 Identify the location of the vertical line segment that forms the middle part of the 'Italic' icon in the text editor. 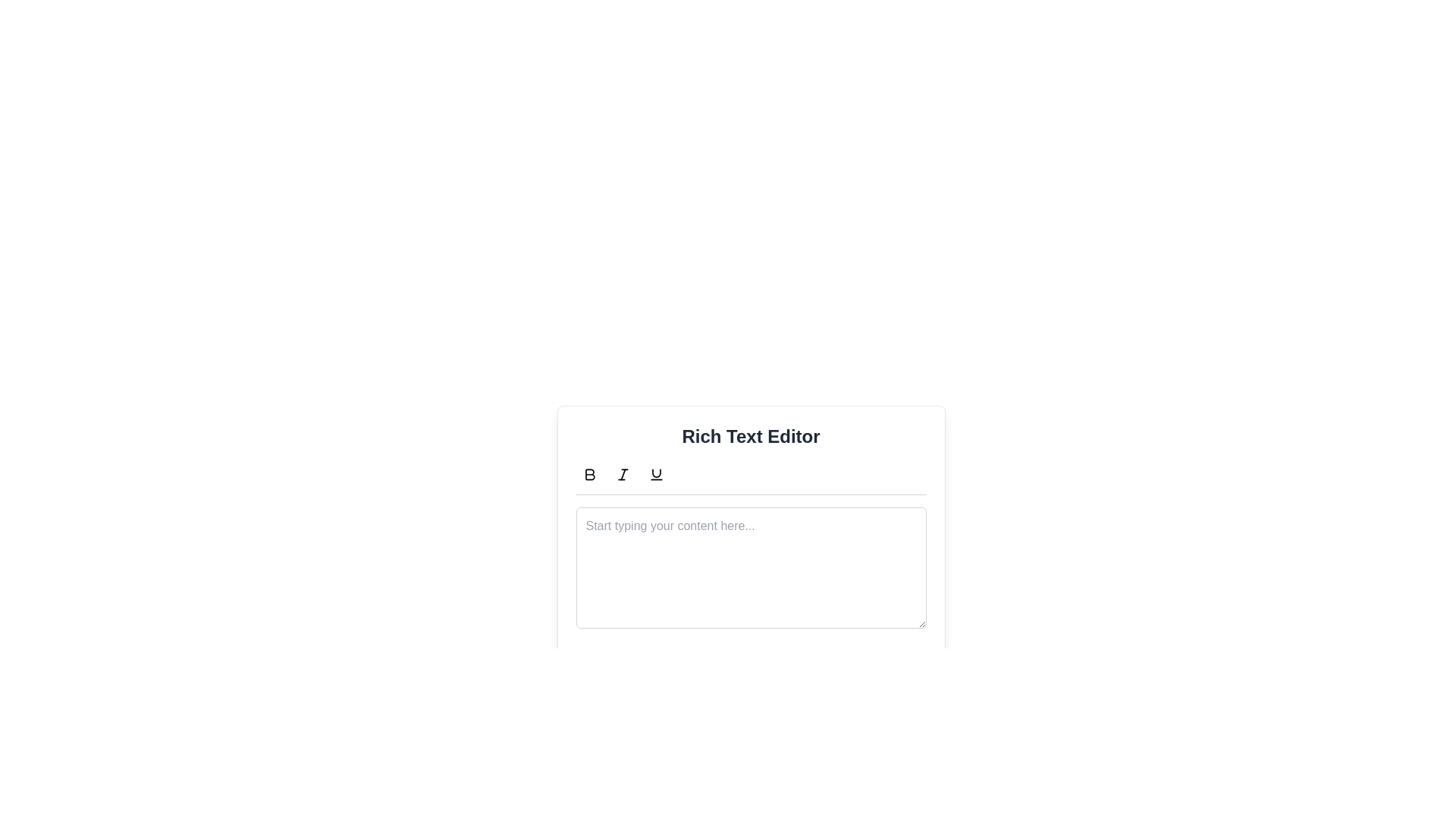
(623, 473).